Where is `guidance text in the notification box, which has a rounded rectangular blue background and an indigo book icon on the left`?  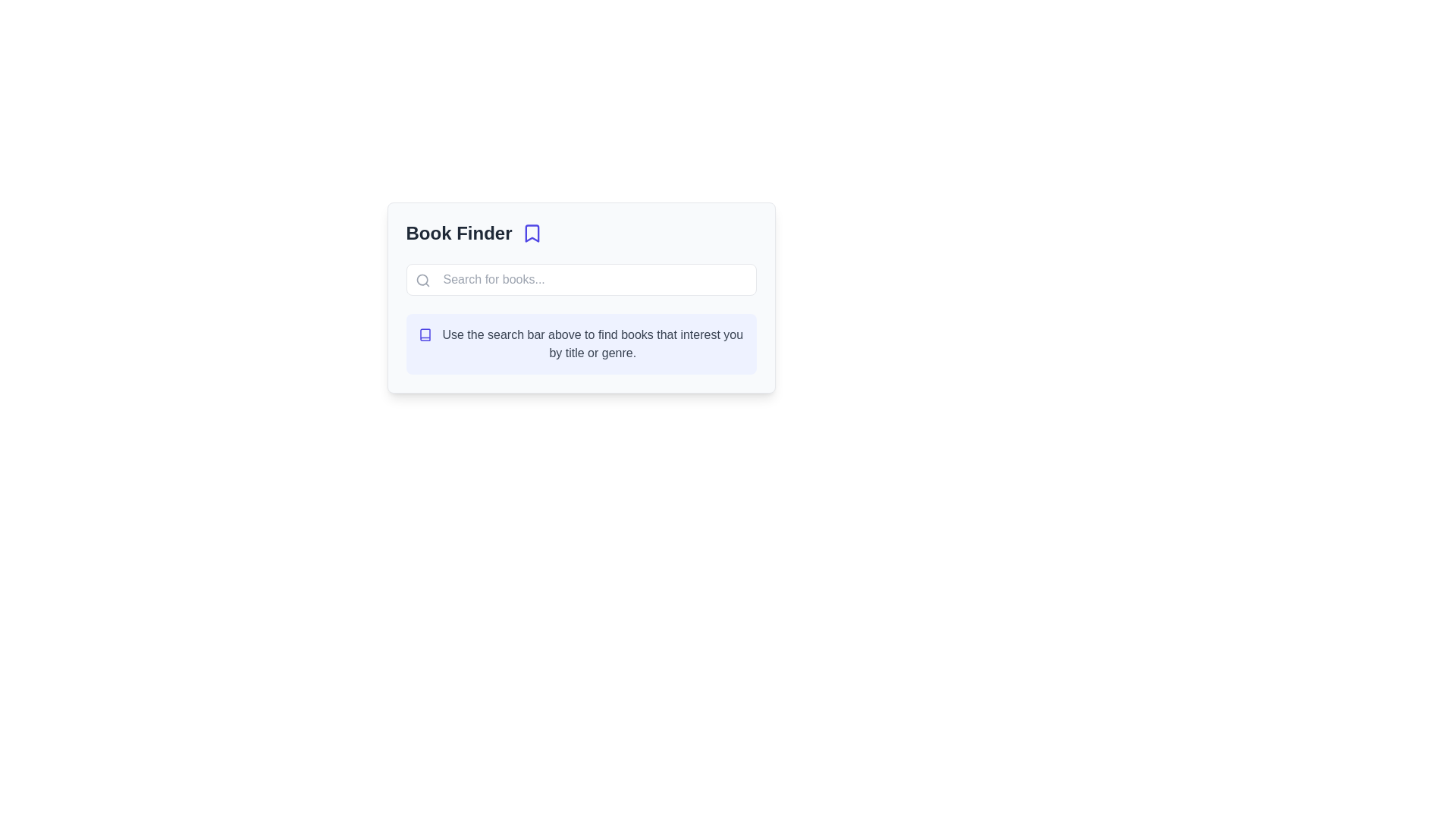 guidance text in the notification box, which has a rounded rectangular blue background and an indigo book icon on the left is located at coordinates (580, 344).